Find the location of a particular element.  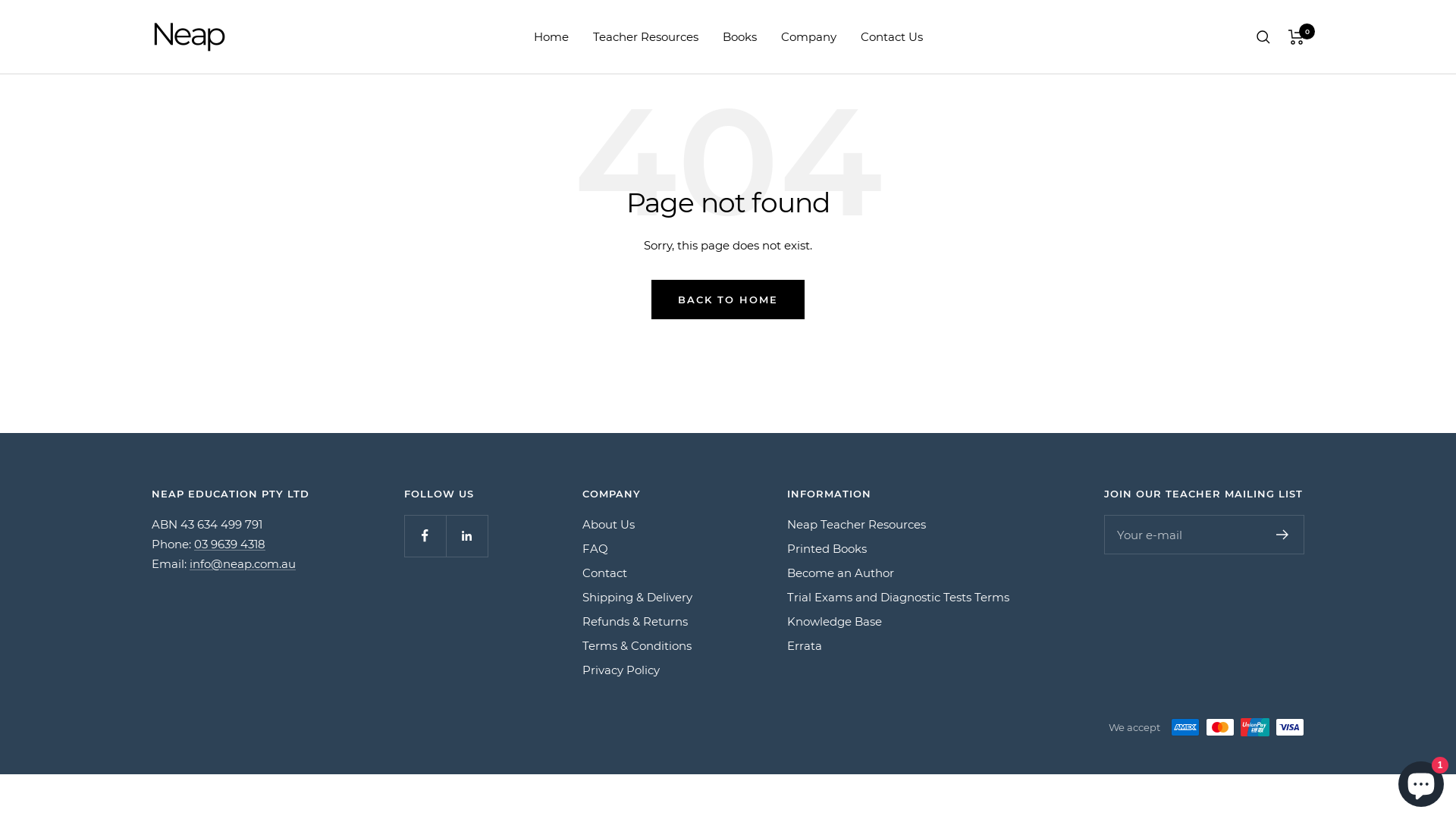

'About Us' is located at coordinates (608, 523).